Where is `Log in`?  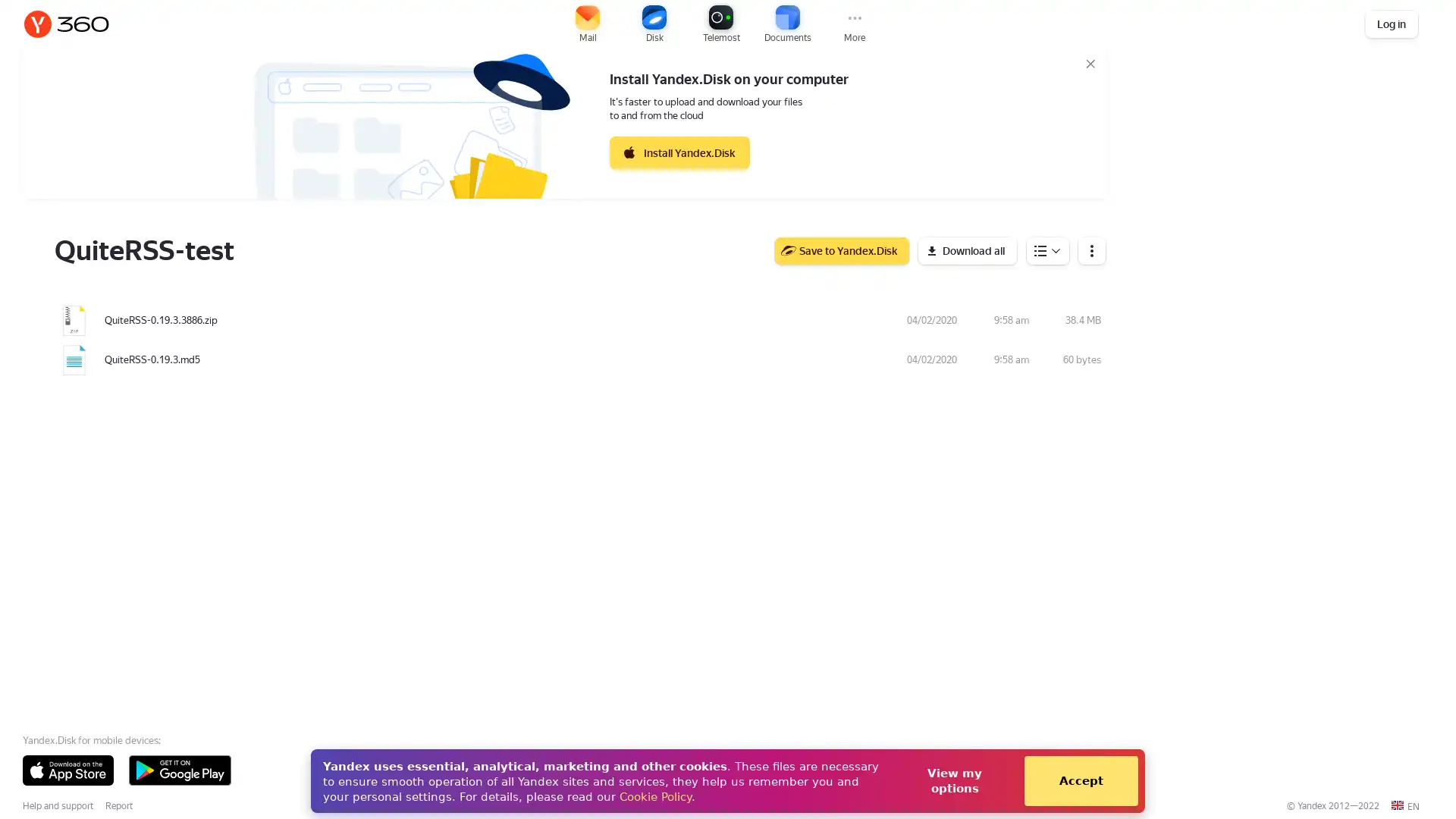
Log in is located at coordinates (1391, 24).